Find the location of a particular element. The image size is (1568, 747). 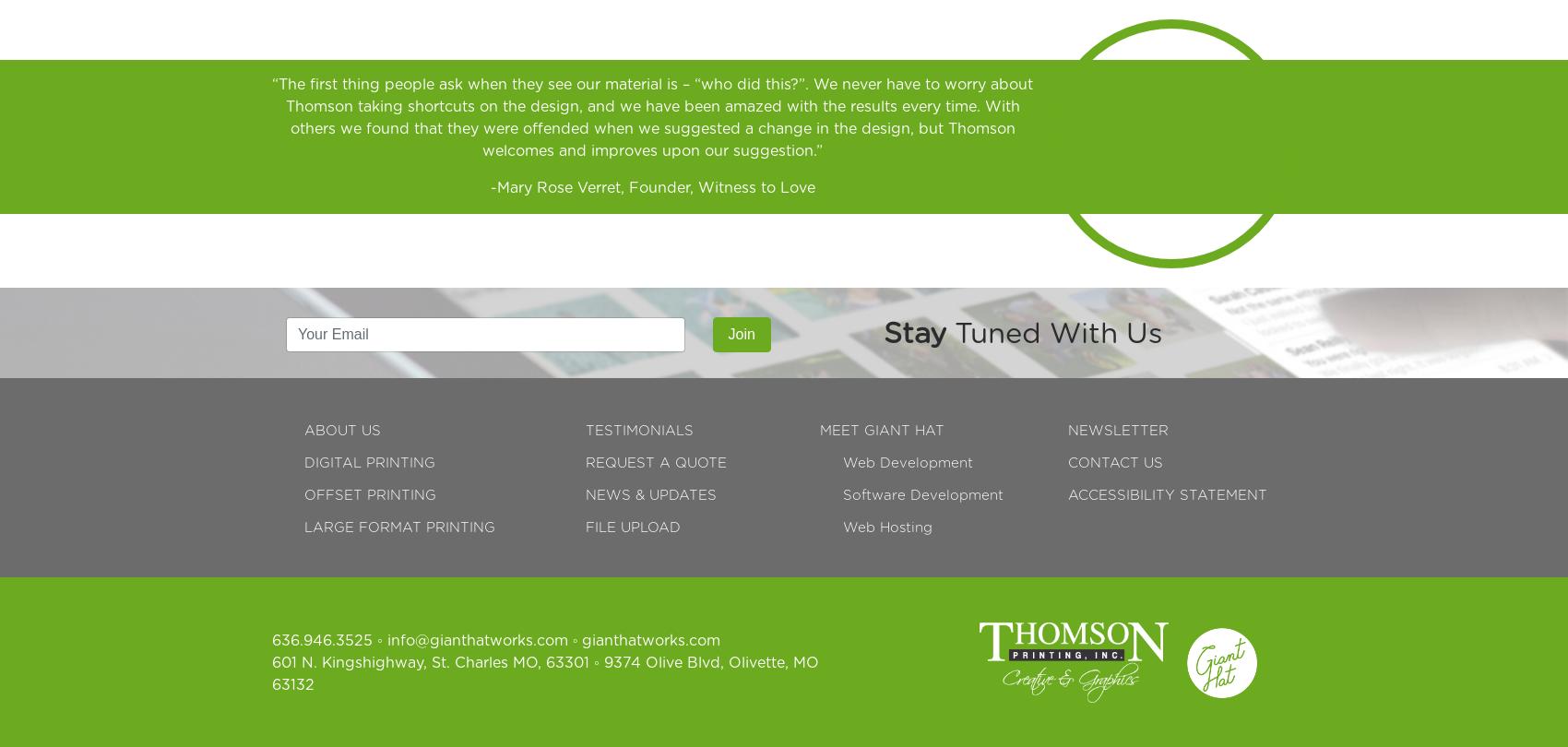

'-Mary Rose Verret, Founder, Witness to Love' is located at coordinates (652, 186).